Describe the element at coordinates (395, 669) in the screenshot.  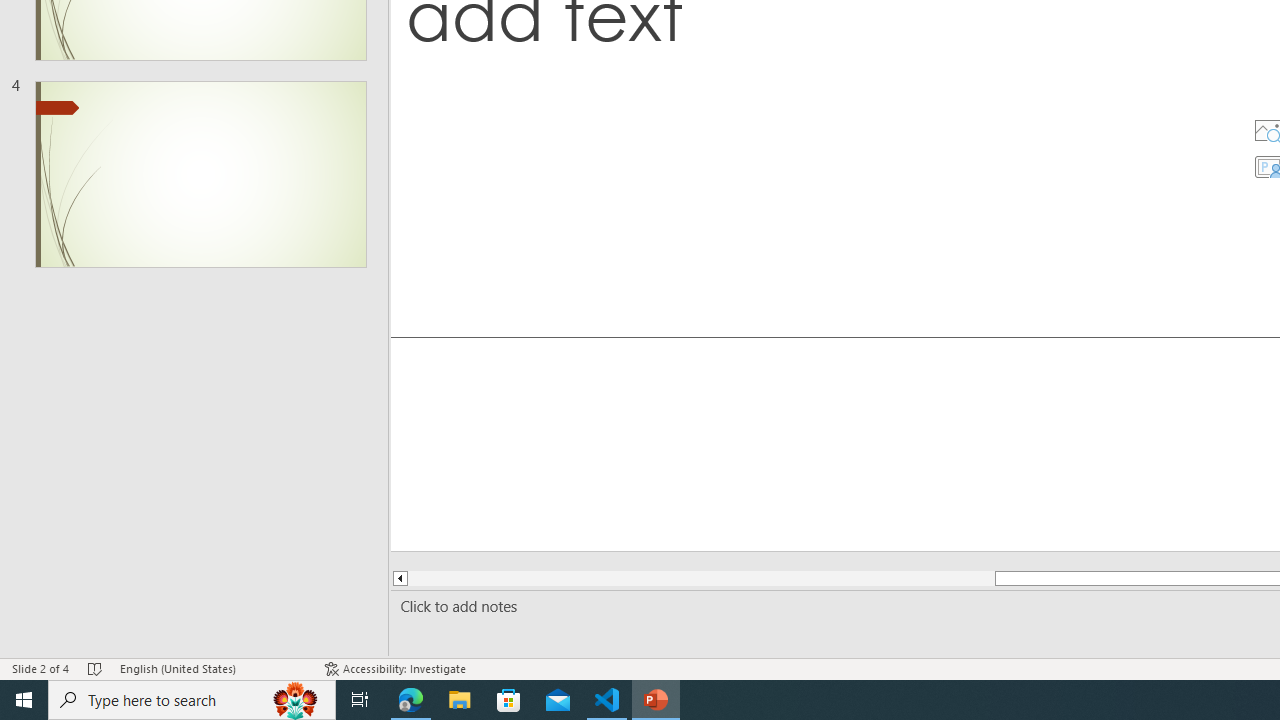
I see `'Accessibility Checker Accessibility: Investigate'` at that location.